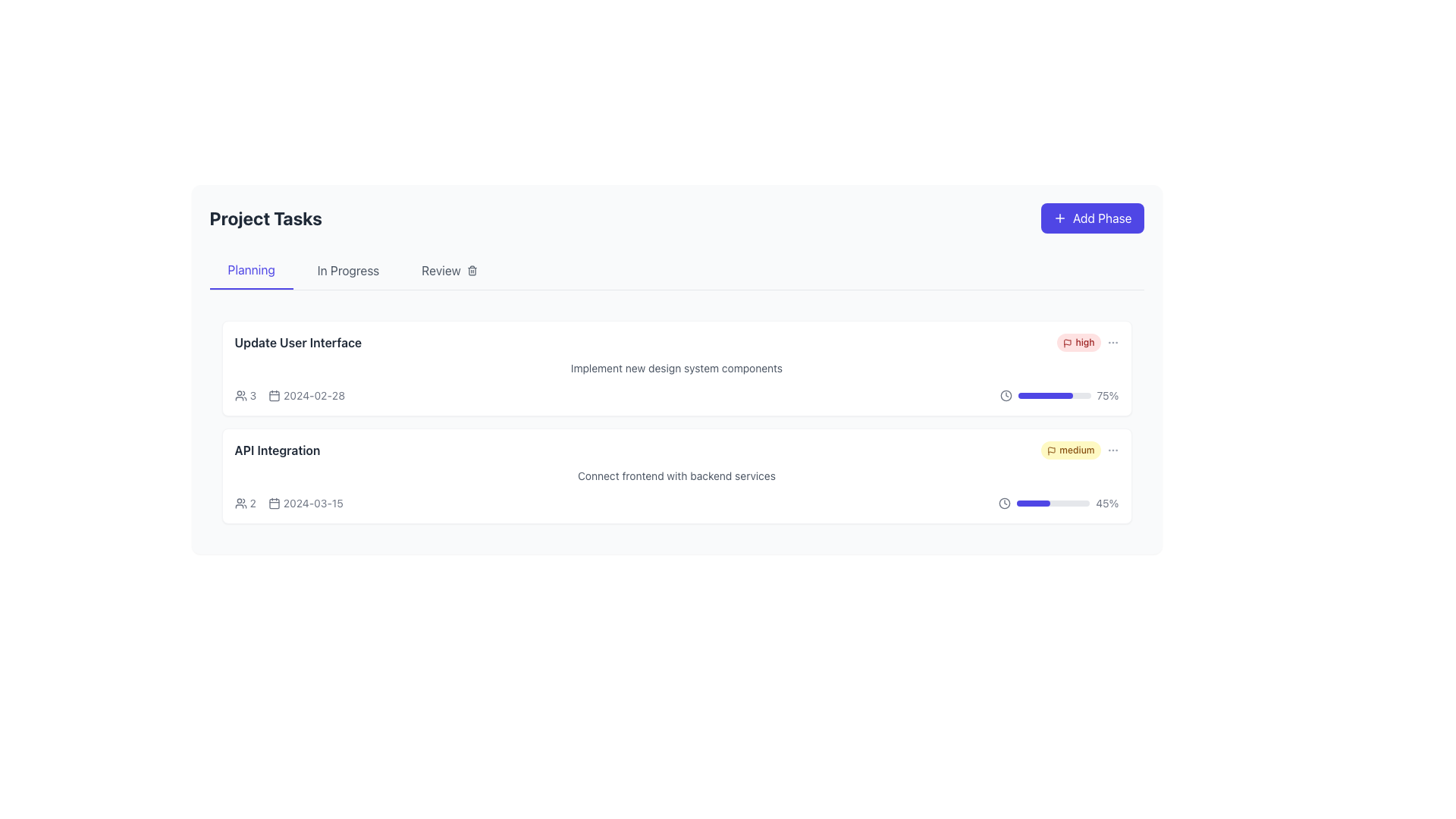 The width and height of the screenshot is (1456, 819). I want to click on the Text label displaying the number of users or collaborators in the 'API Integration' section of the 'Planning' tab, so click(245, 503).